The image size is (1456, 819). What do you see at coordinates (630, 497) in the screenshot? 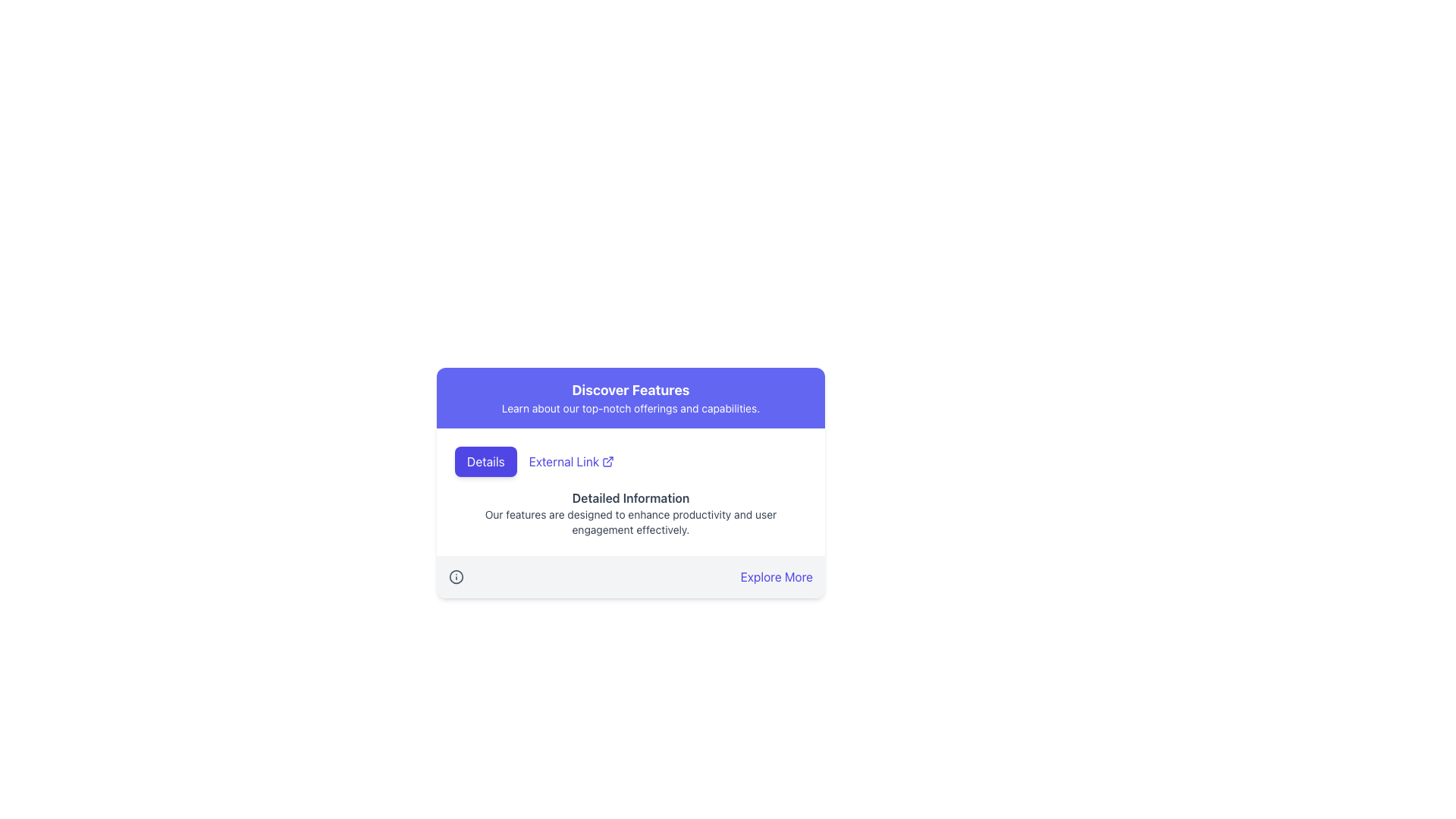
I see `text 'Detailed Information' which is styled in bold and located in the center of a card-like component, positioned above a smaller descriptive text block` at bounding box center [630, 497].